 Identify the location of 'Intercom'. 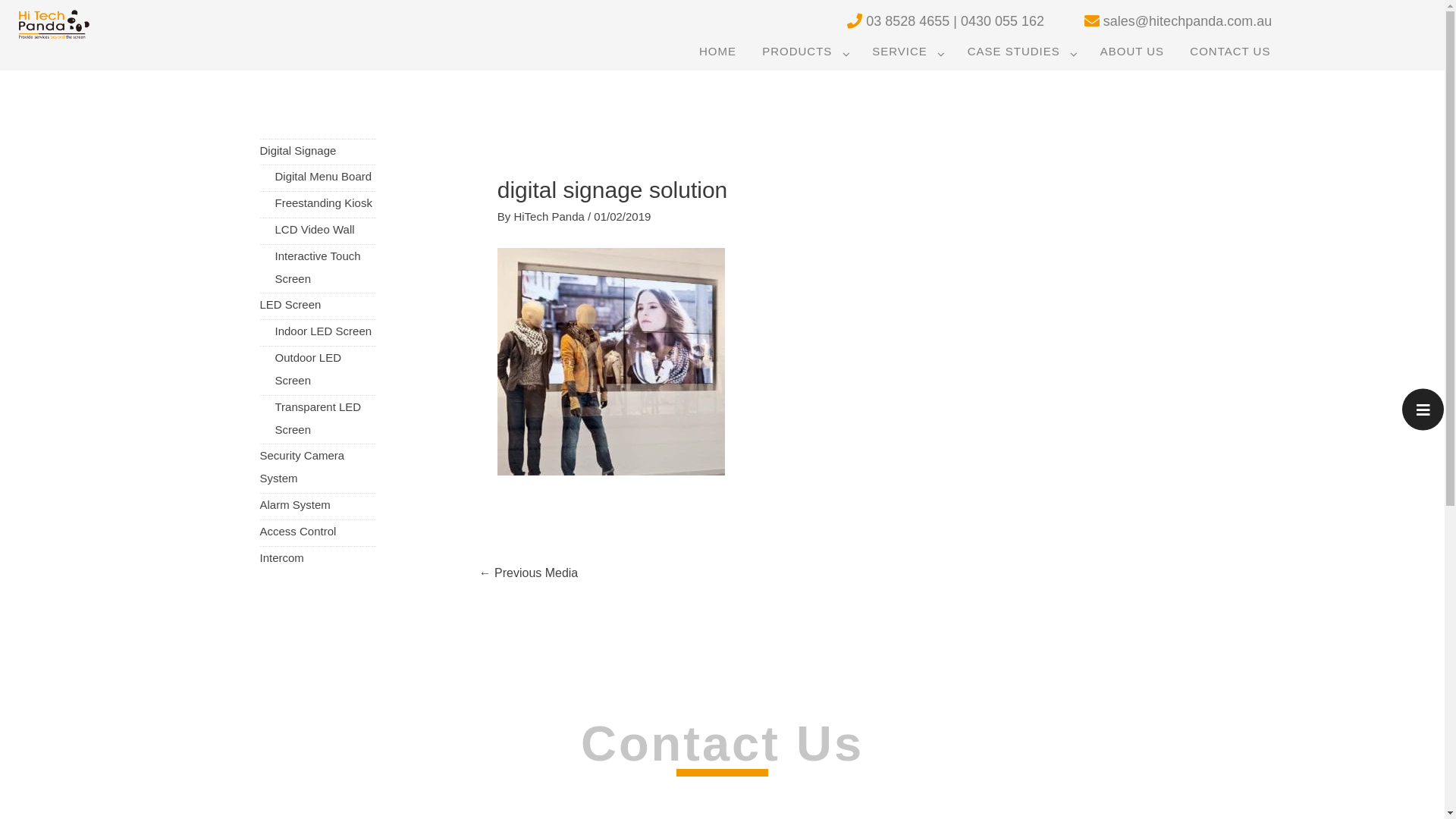
(281, 557).